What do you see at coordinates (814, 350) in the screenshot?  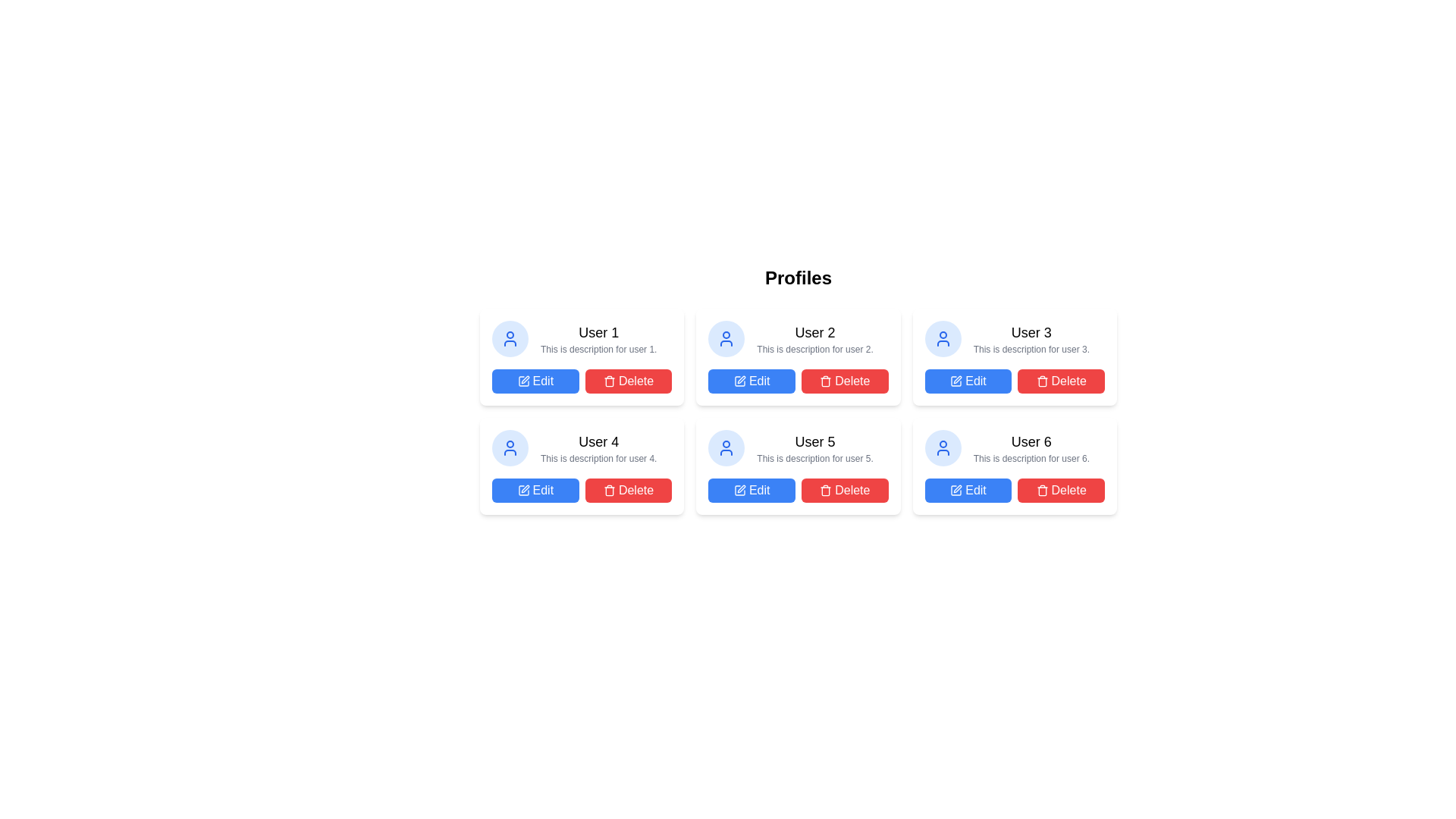 I see `the text label providing supplementary information for 'User 2', which is located in the second column of the first row in the grid layout of user cards, directly beneath the 'User 2' title` at bounding box center [814, 350].